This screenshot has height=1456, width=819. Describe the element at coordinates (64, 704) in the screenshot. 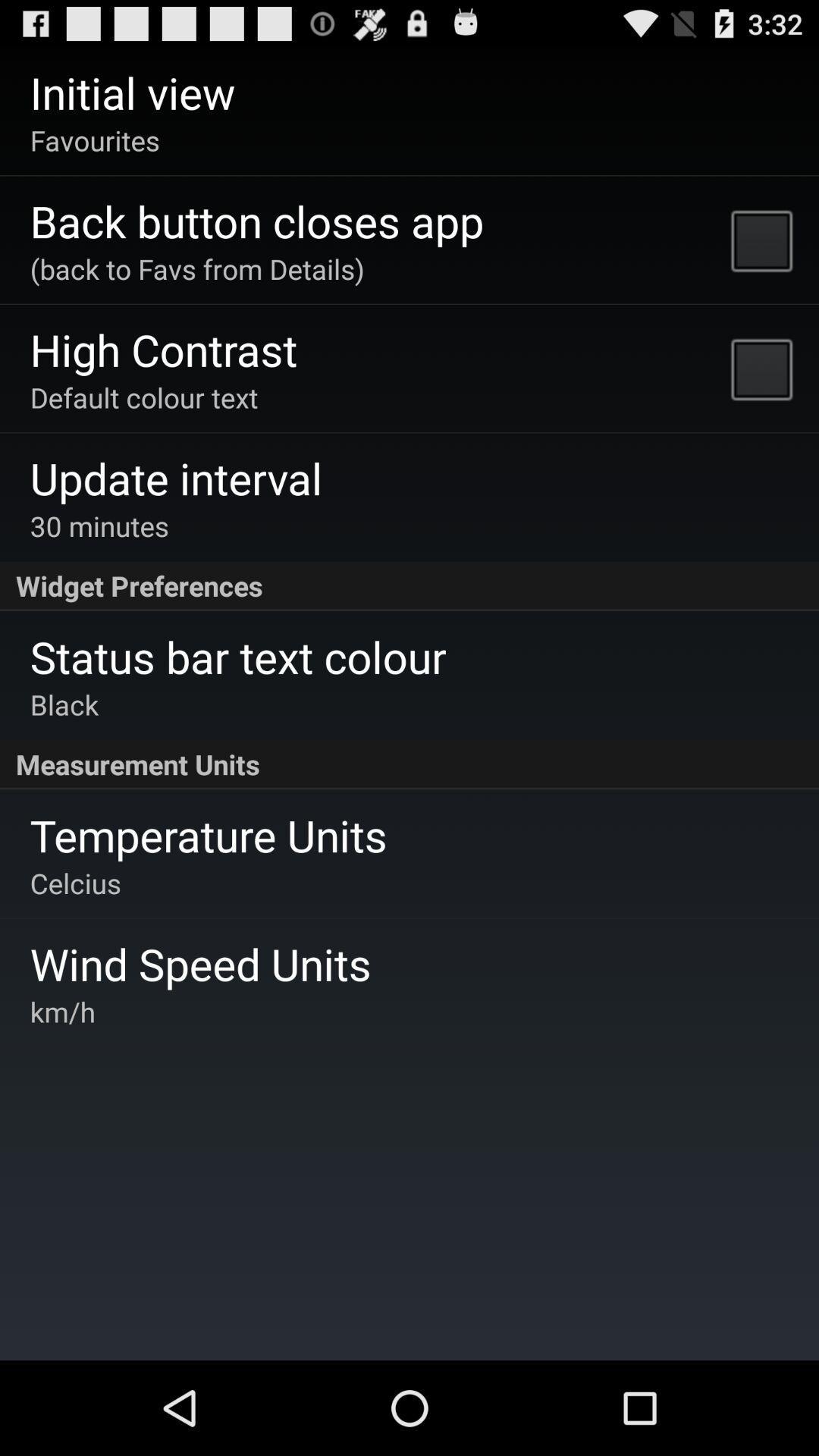

I see `the black item` at that location.